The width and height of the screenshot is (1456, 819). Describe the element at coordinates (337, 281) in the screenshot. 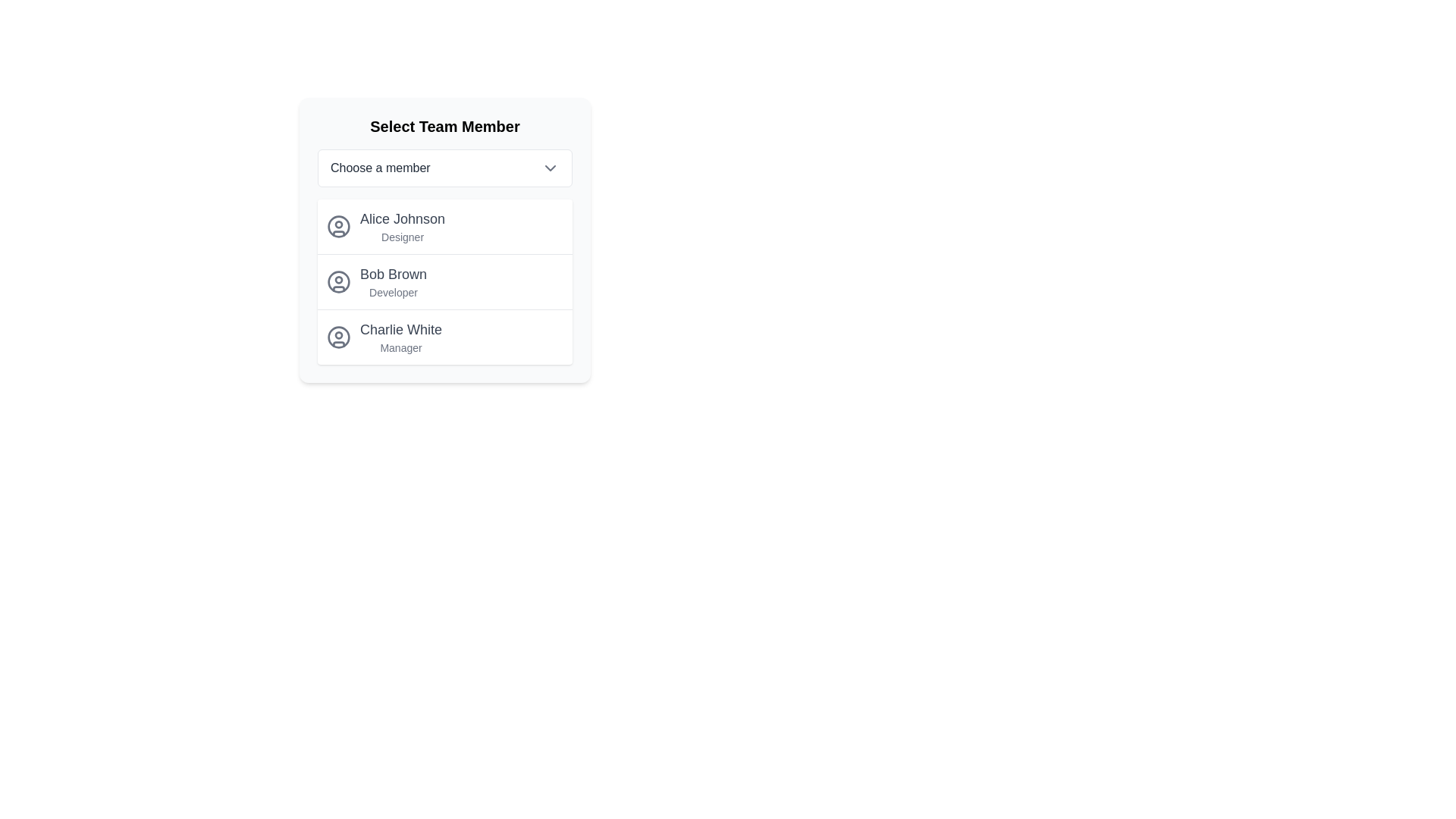

I see `the row containing the user profile icon representing 'Bob Brown Developer', which is a circular icon with a gray outline located to the left of the text` at that location.